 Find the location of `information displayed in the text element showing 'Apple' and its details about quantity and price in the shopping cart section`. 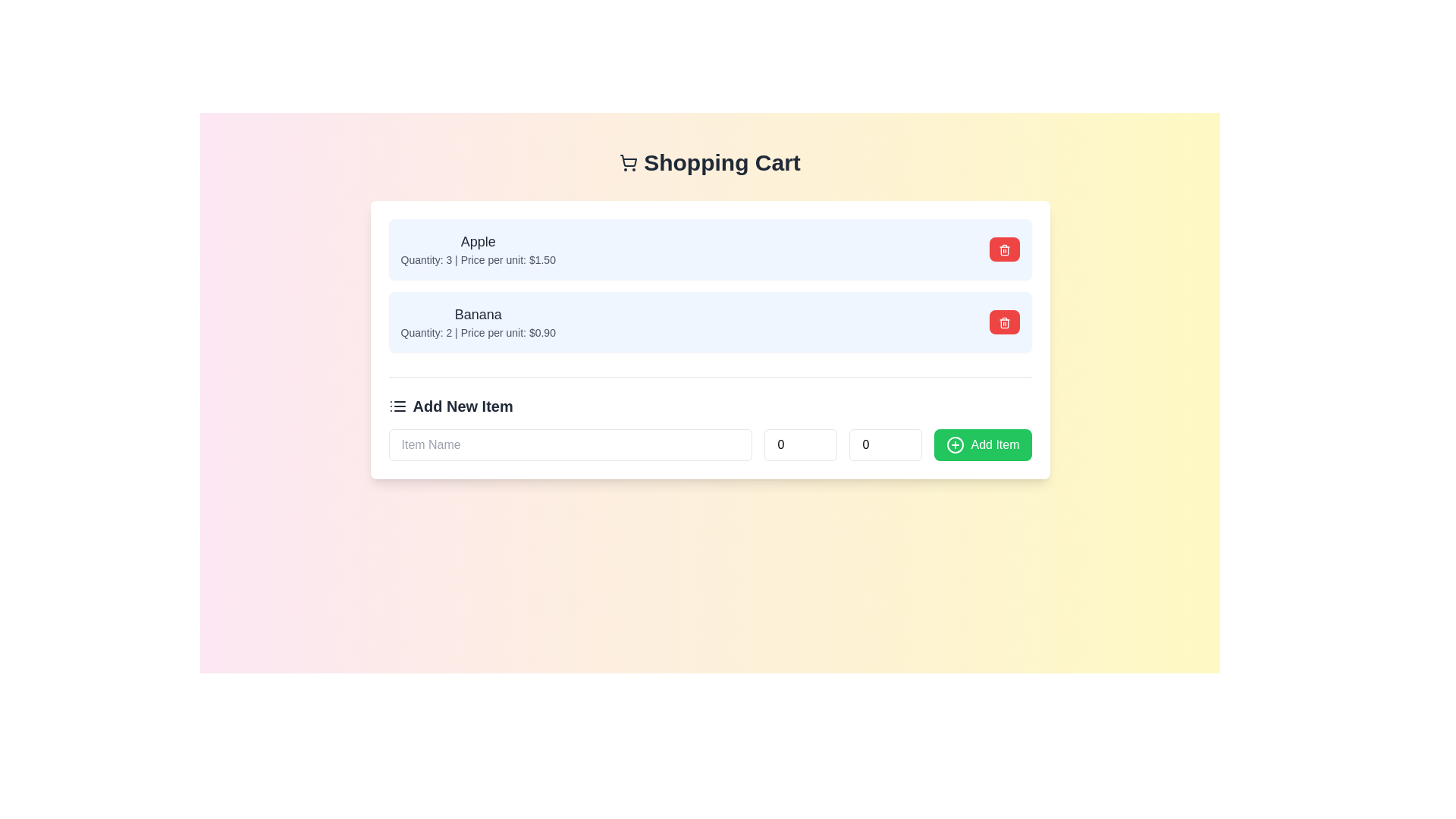

information displayed in the text element showing 'Apple' and its details about quantity and price in the shopping cart section is located at coordinates (477, 248).